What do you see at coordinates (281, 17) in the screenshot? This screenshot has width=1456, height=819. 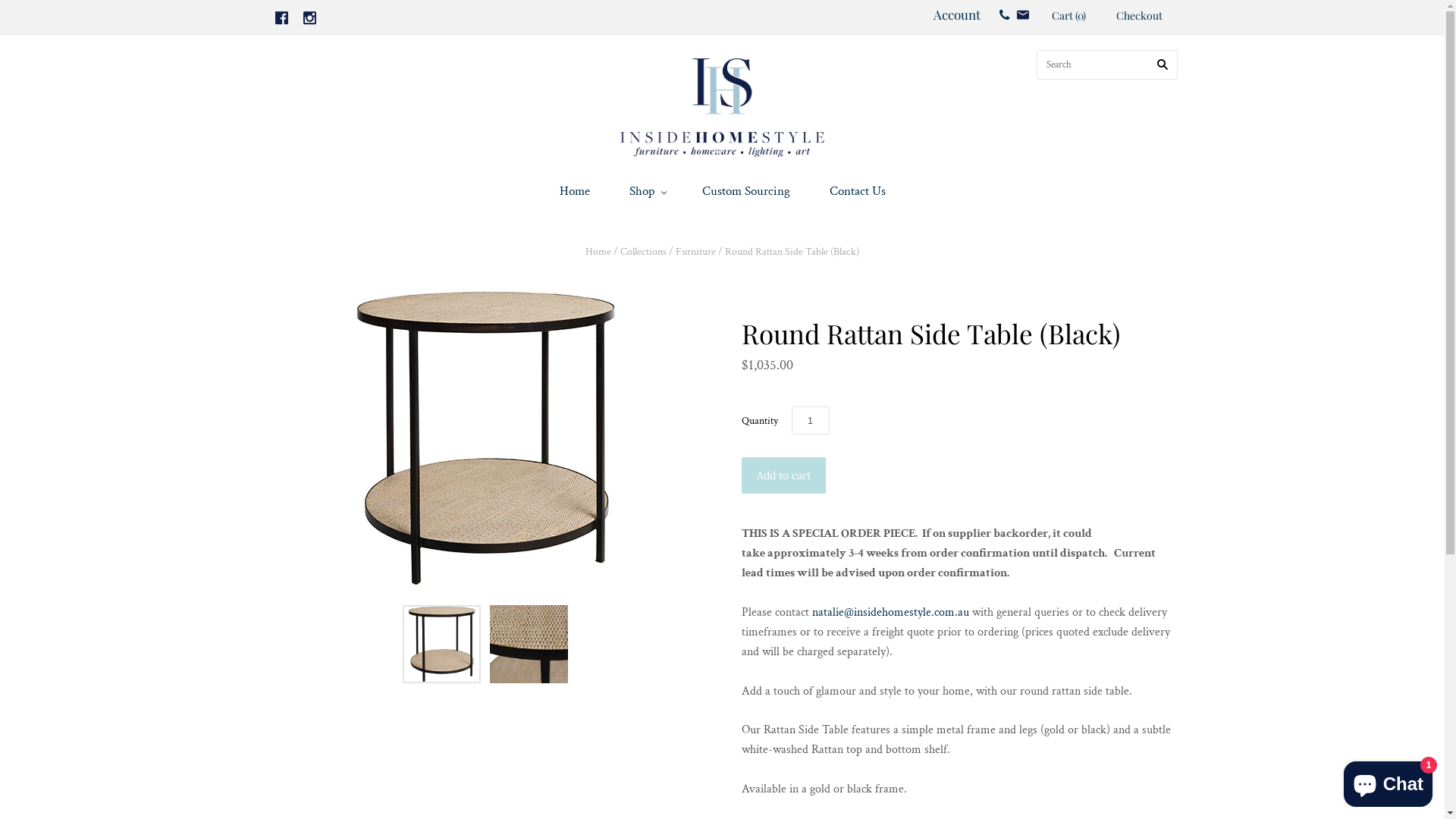 I see `'Facebook'` at bounding box center [281, 17].